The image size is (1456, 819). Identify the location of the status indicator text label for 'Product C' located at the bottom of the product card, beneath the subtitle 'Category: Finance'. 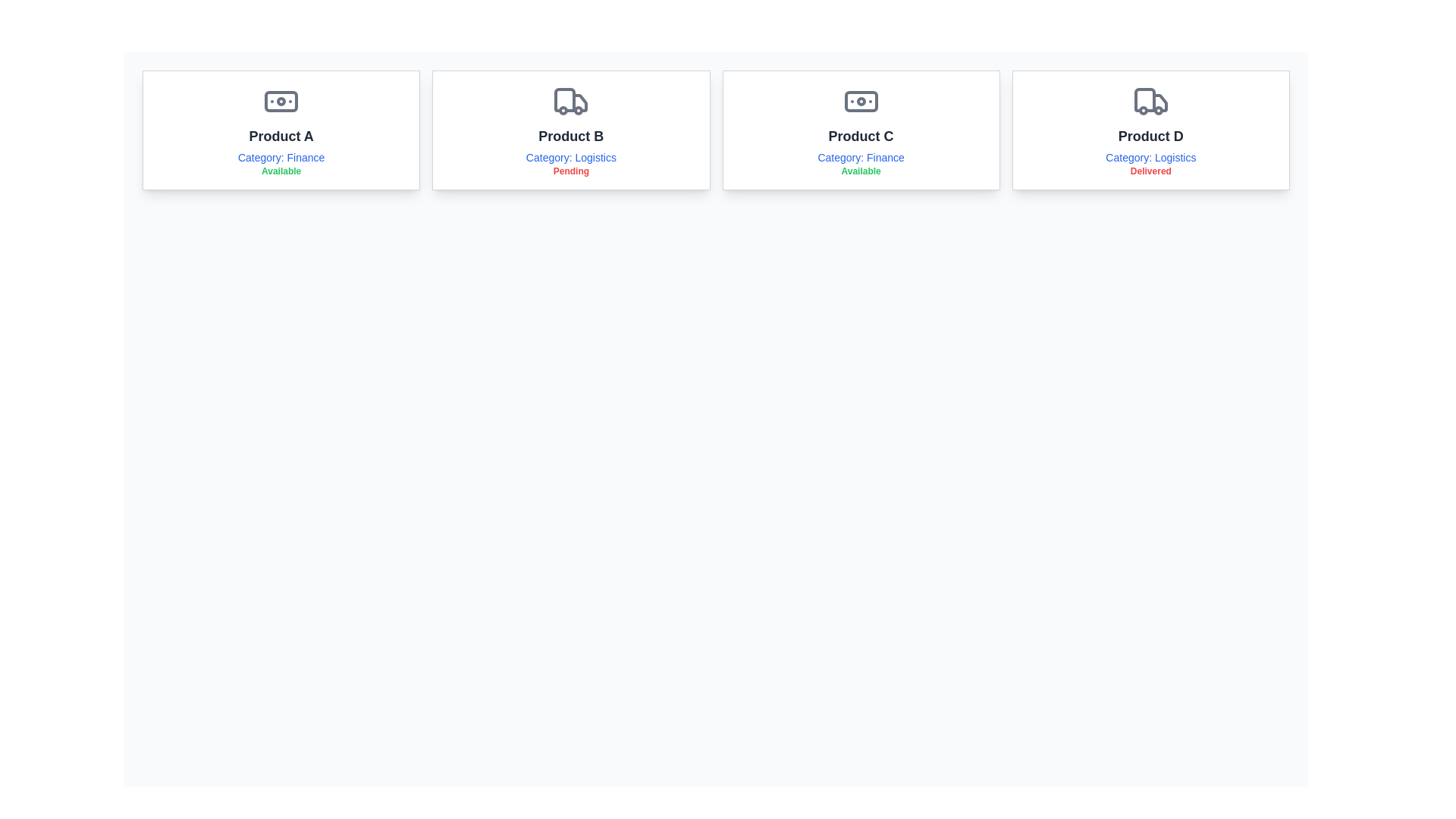
(861, 171).